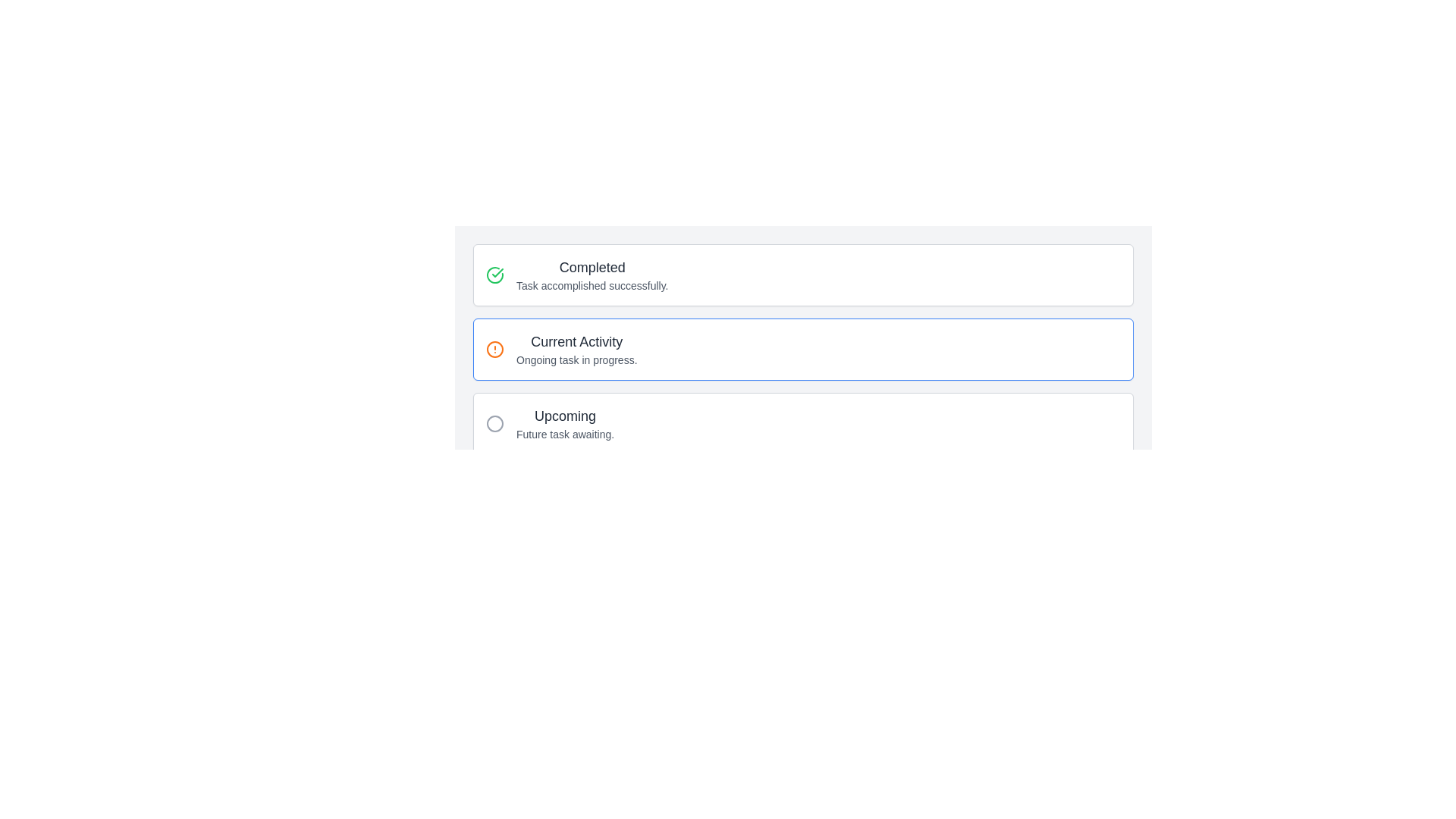  Describe the element at coordinates (564, 424) in the screenshot. I see `the textual label indicating 'Upcoming' with additional details 'Future task awaiting.' positioned as the third section in a vertical sequence of task status labels` at that location.